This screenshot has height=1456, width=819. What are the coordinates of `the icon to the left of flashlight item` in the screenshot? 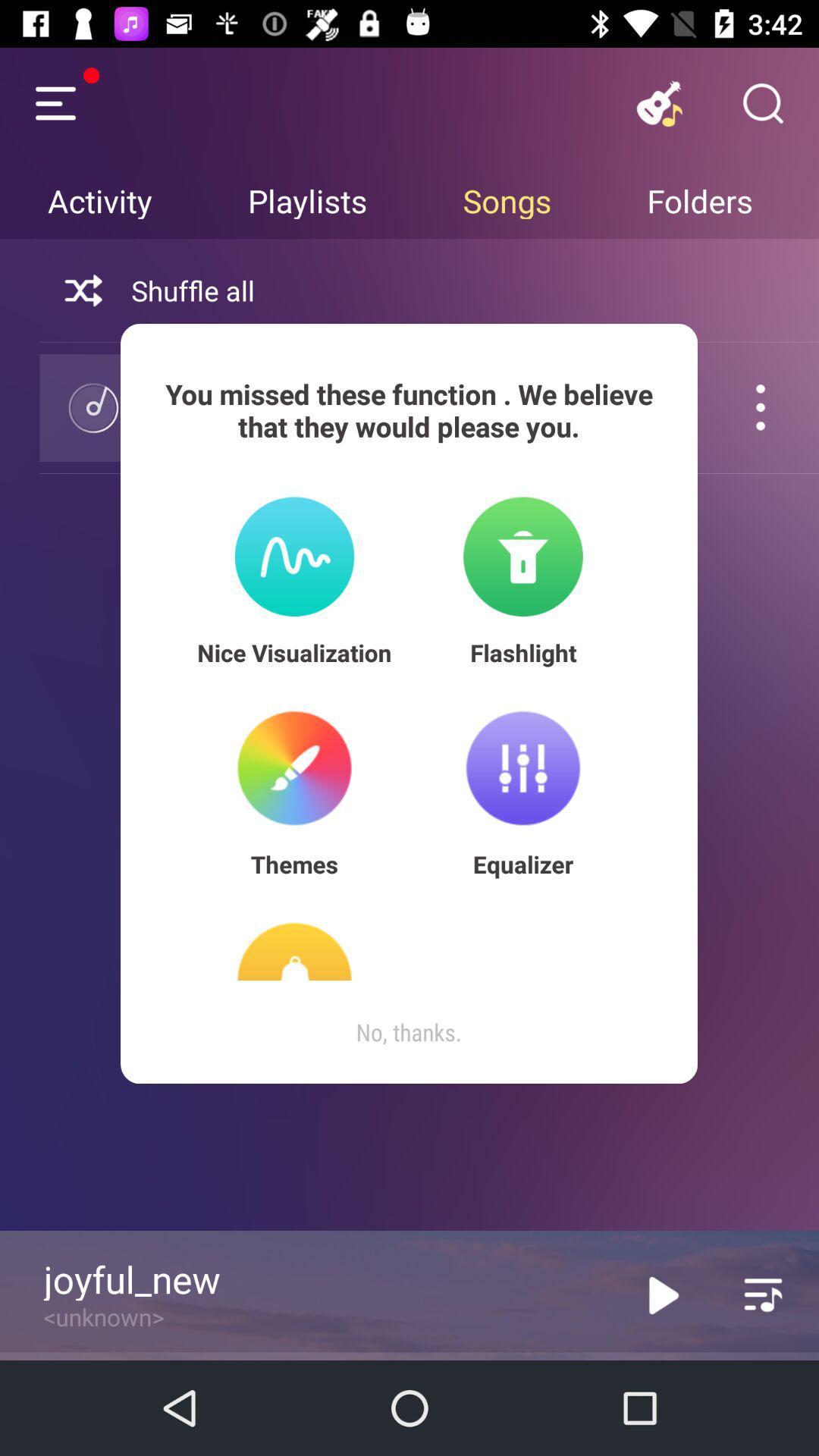 It's located at (294, 652).